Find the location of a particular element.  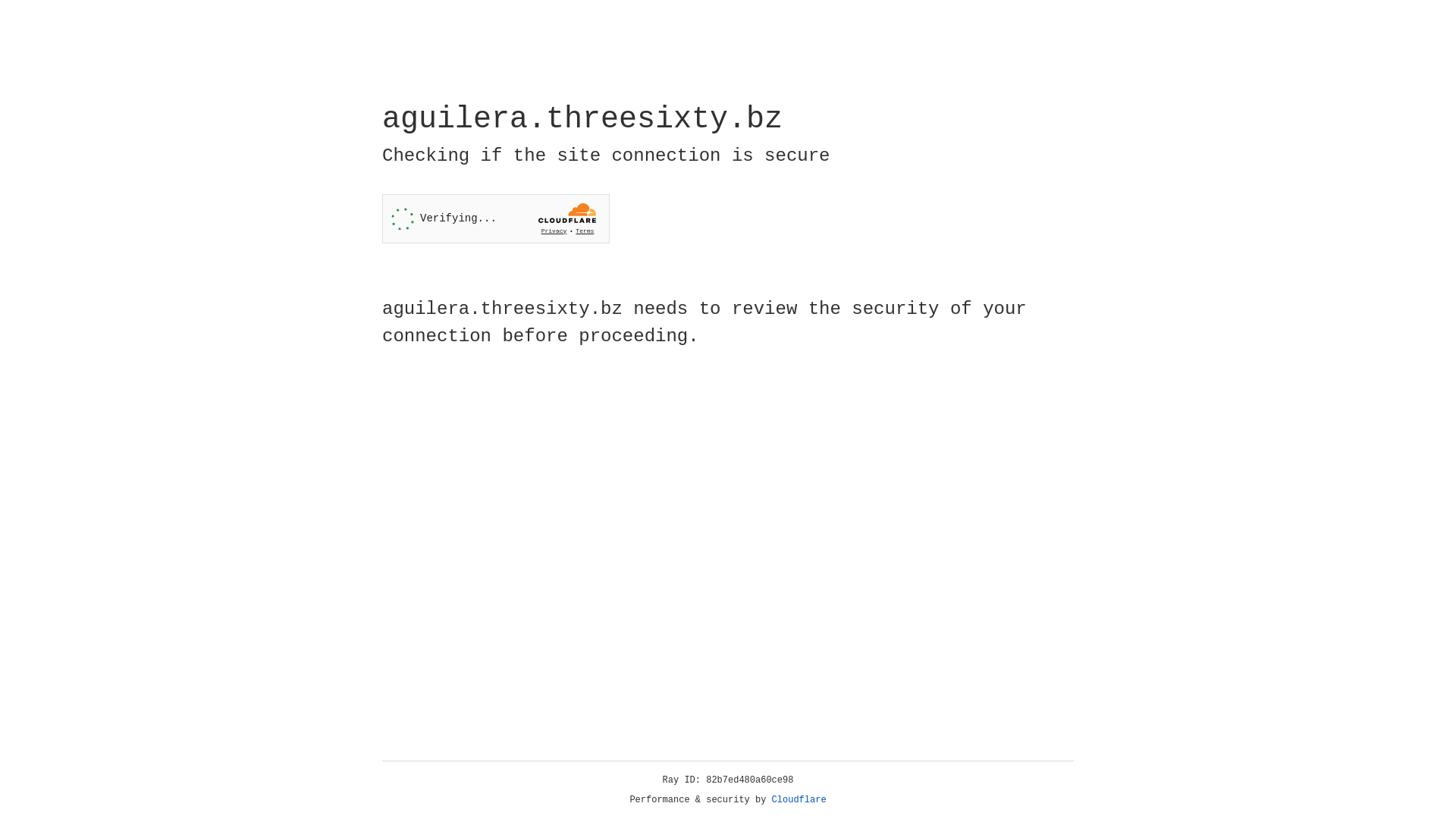

'Cloudflare' is located at coordinates (799, 799).